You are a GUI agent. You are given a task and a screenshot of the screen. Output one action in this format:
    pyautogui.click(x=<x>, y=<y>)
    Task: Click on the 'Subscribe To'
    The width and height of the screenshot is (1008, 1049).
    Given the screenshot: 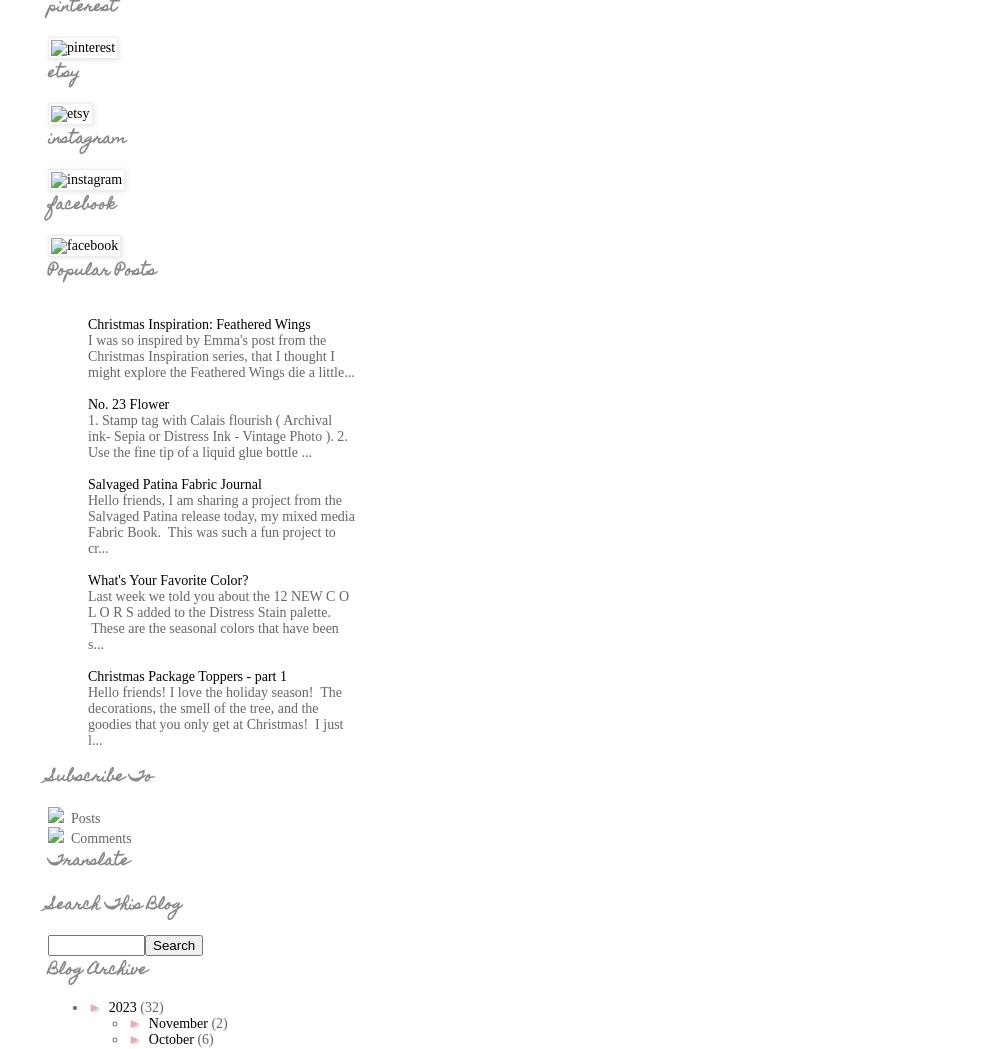 What is the action you would take?
    pyautogui.click(x=100, y=778)
    